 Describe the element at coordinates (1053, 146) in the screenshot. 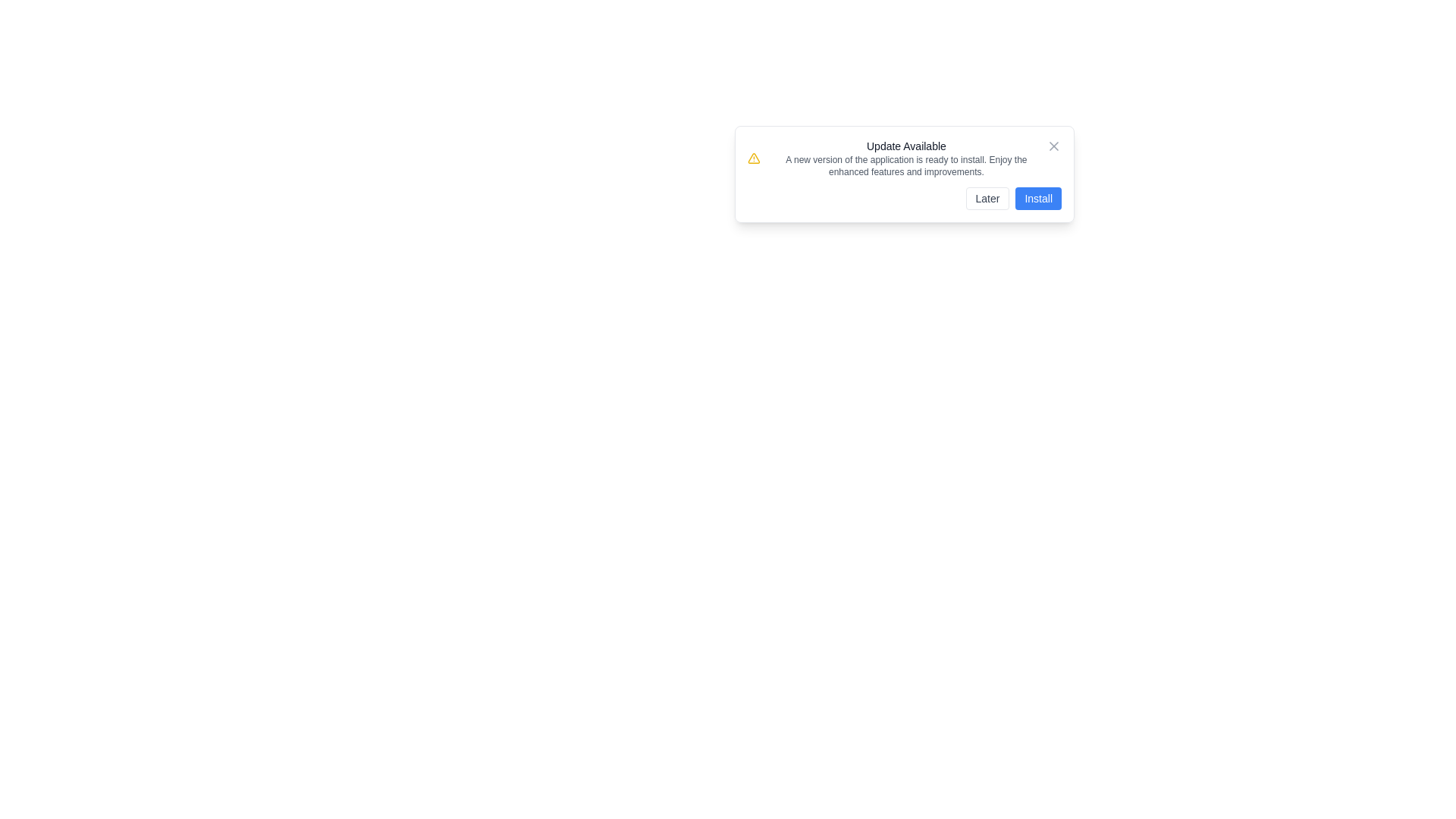

I see `the close button located at the far right of the 'Update Available' notification dialog` at that location.